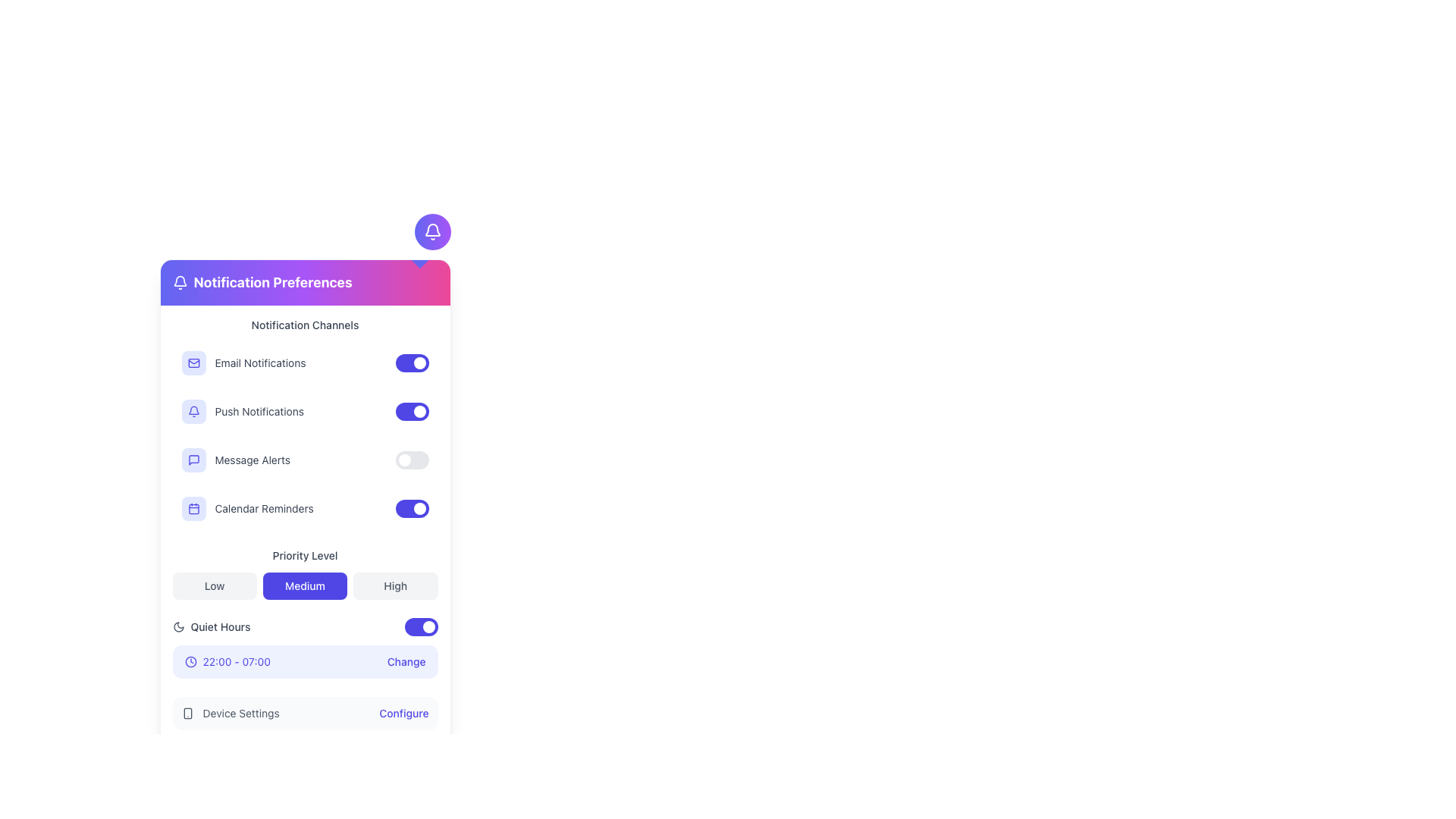  I want to click on the circular knob of the toggle switch for enabling or disabling push notifications located on the right side of the 'Push Notifications' row, so click(412, 412).